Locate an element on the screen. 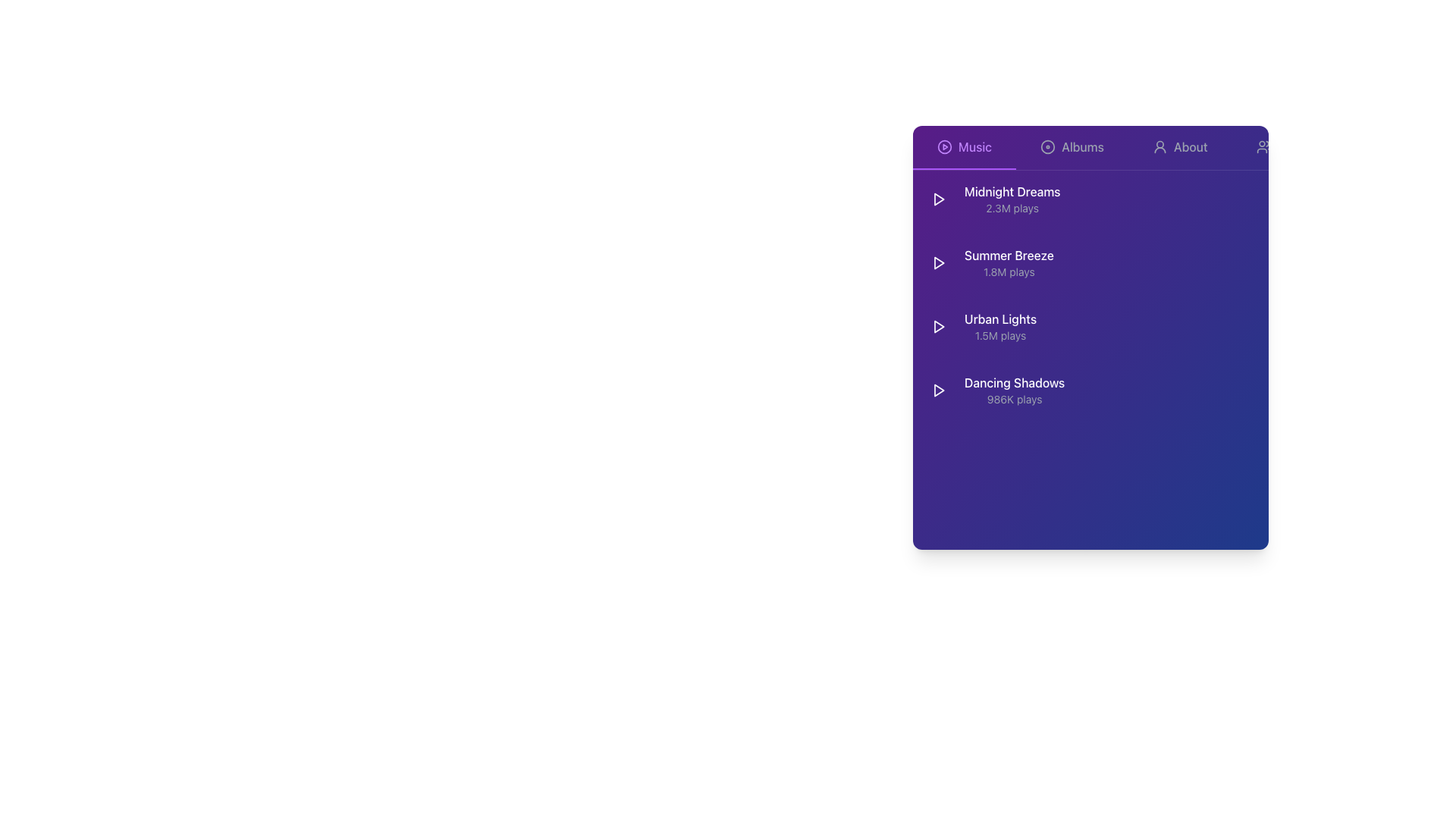 The width and height of the screenshot is (1456, 819). the 'like' button for the song 'Midnight Dreams' located in the top-right corner of the song section is located at coordinates (1200, 198).